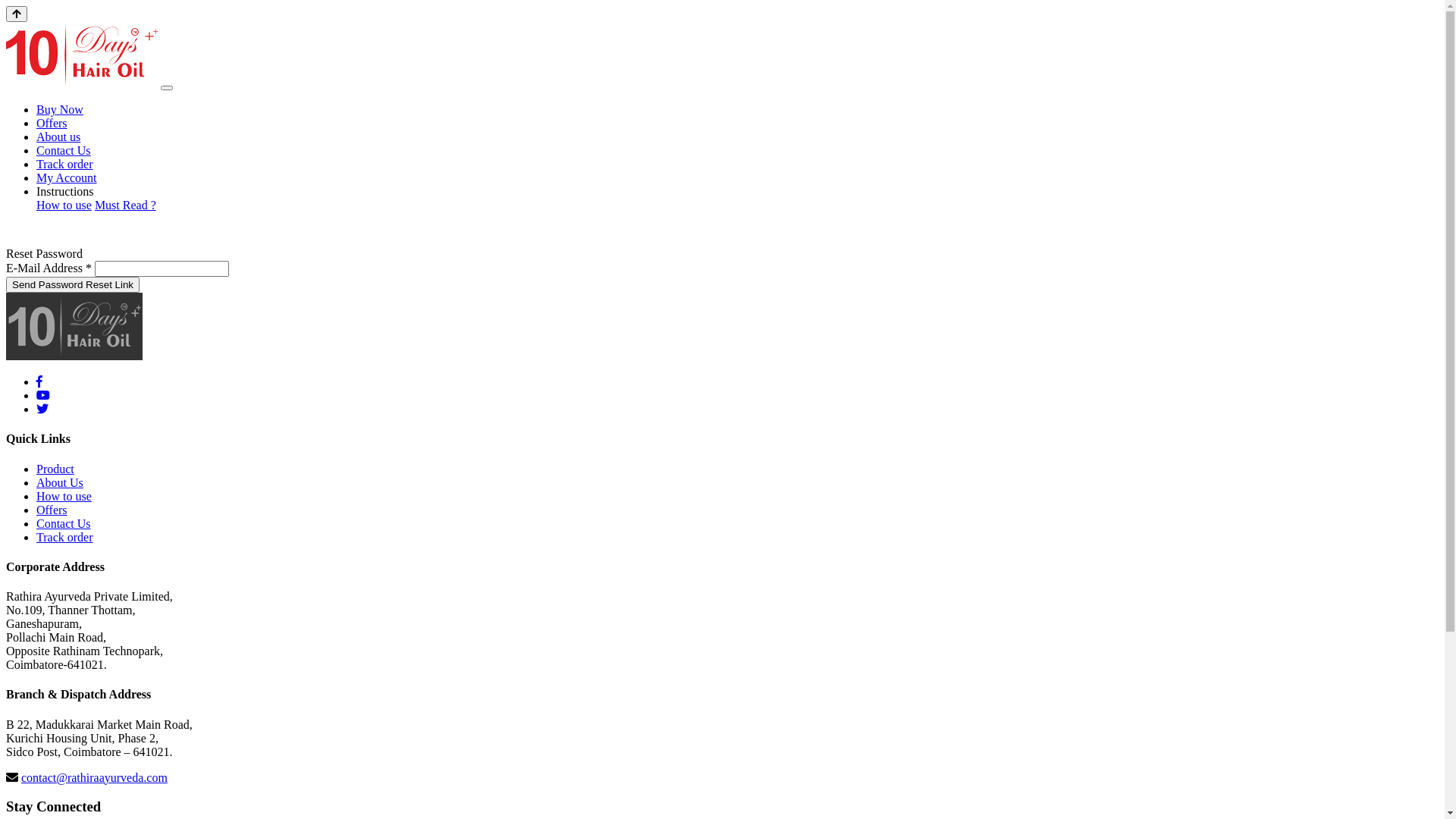  I want to click on 'Go to top', so click(17, 14).